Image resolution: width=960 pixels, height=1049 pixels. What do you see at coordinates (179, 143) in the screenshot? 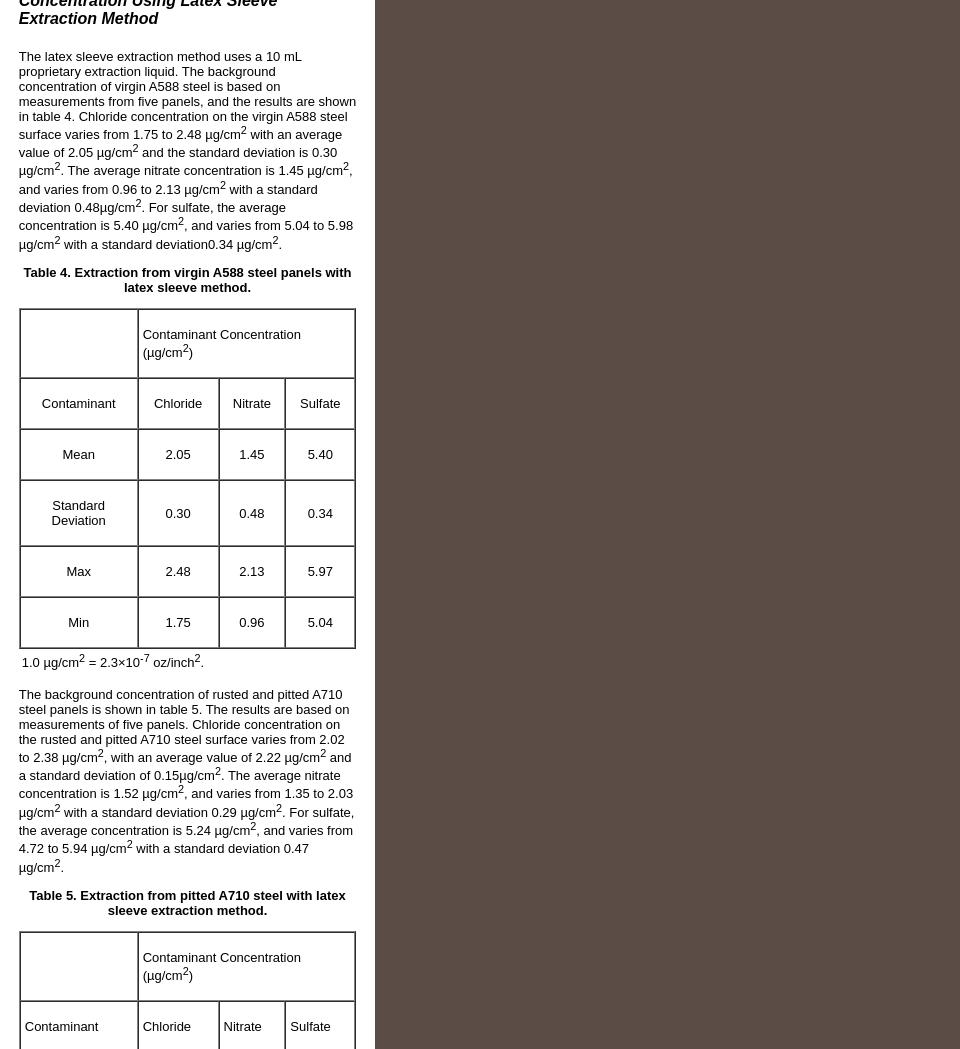
I see `'with an average value of 2.05 µg/cm'` at bounding box center [179, 143].